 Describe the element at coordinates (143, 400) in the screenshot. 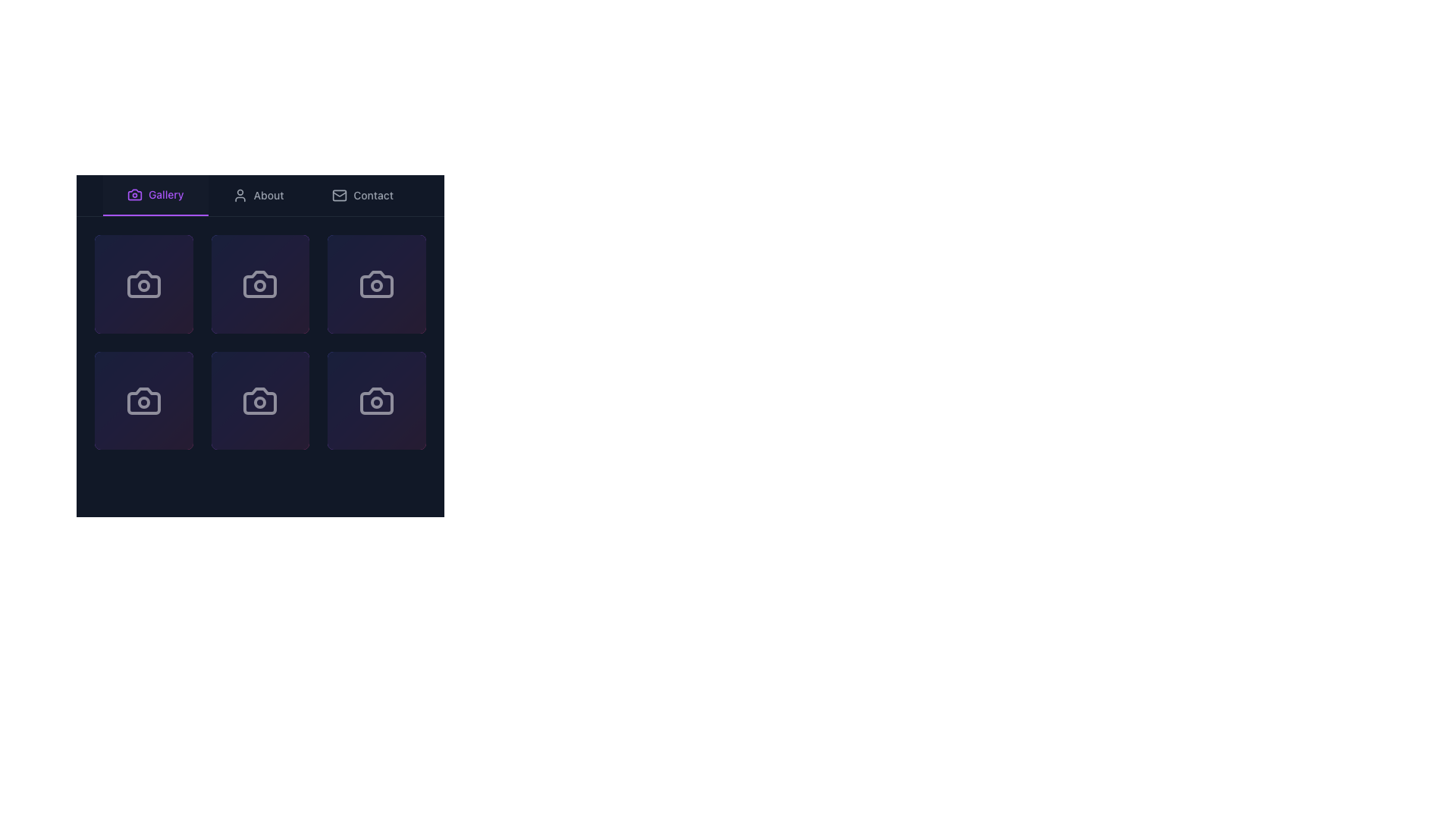

I see `the Icon Button featuring a gradient background and a stylized camera symbol in the center` at that location.